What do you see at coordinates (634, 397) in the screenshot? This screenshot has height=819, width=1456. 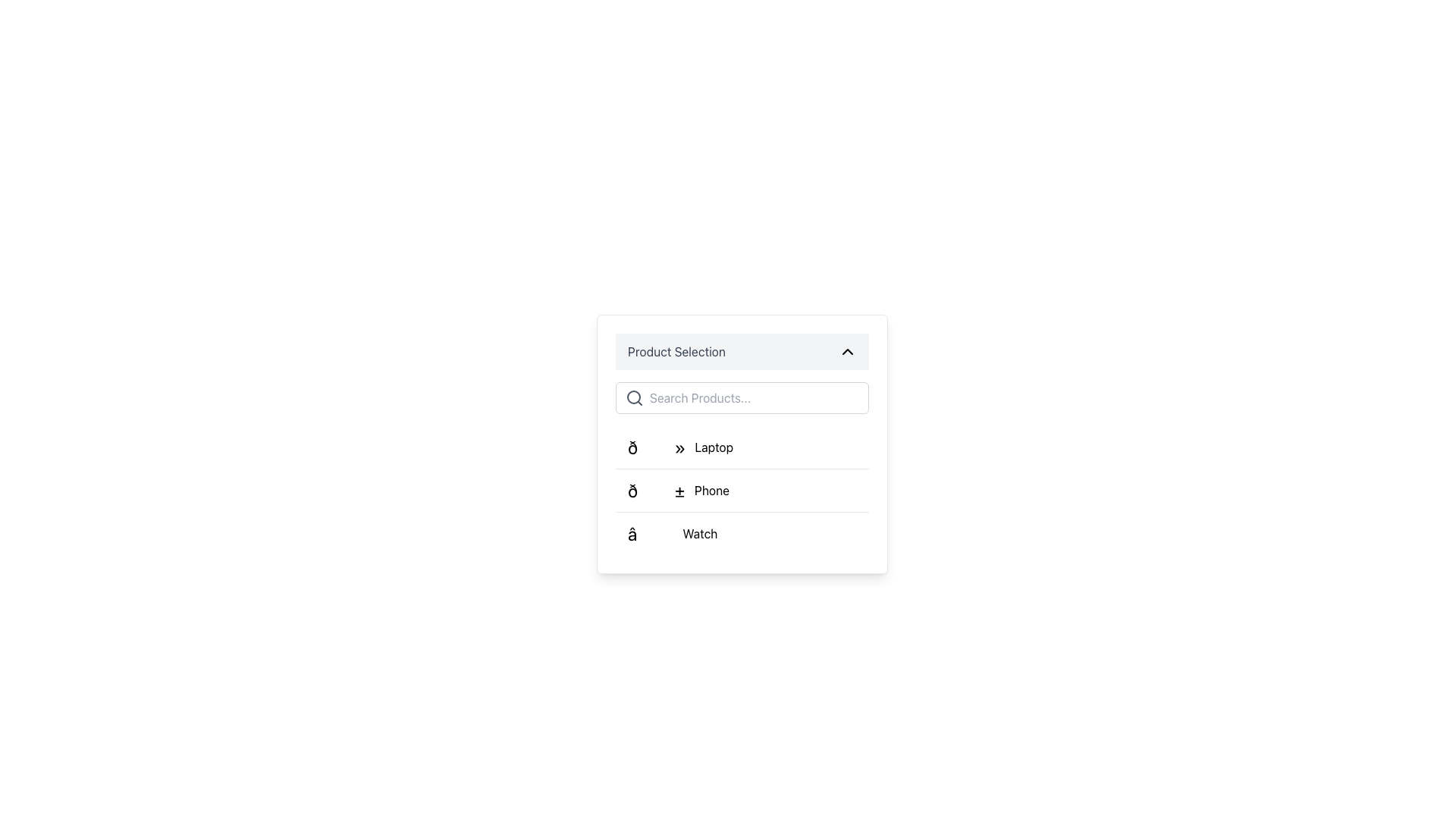 I see `the search icon located to the immediate left of the text input field with the placeholder 'Search Products...' in the dropdown section labeled 'Product Selection'` at bounding box center [634, 397].